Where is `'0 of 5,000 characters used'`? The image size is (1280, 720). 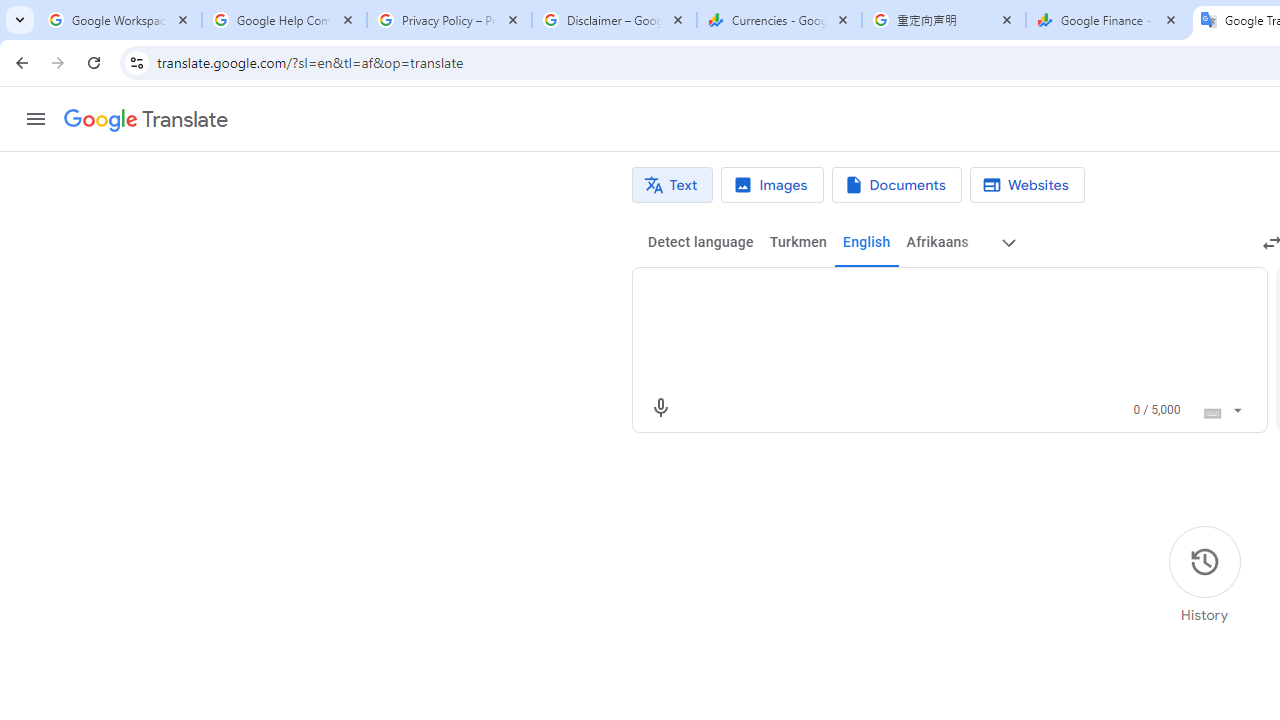
'0 of 5,000 characters used' is located at coordinates (1157, 409).